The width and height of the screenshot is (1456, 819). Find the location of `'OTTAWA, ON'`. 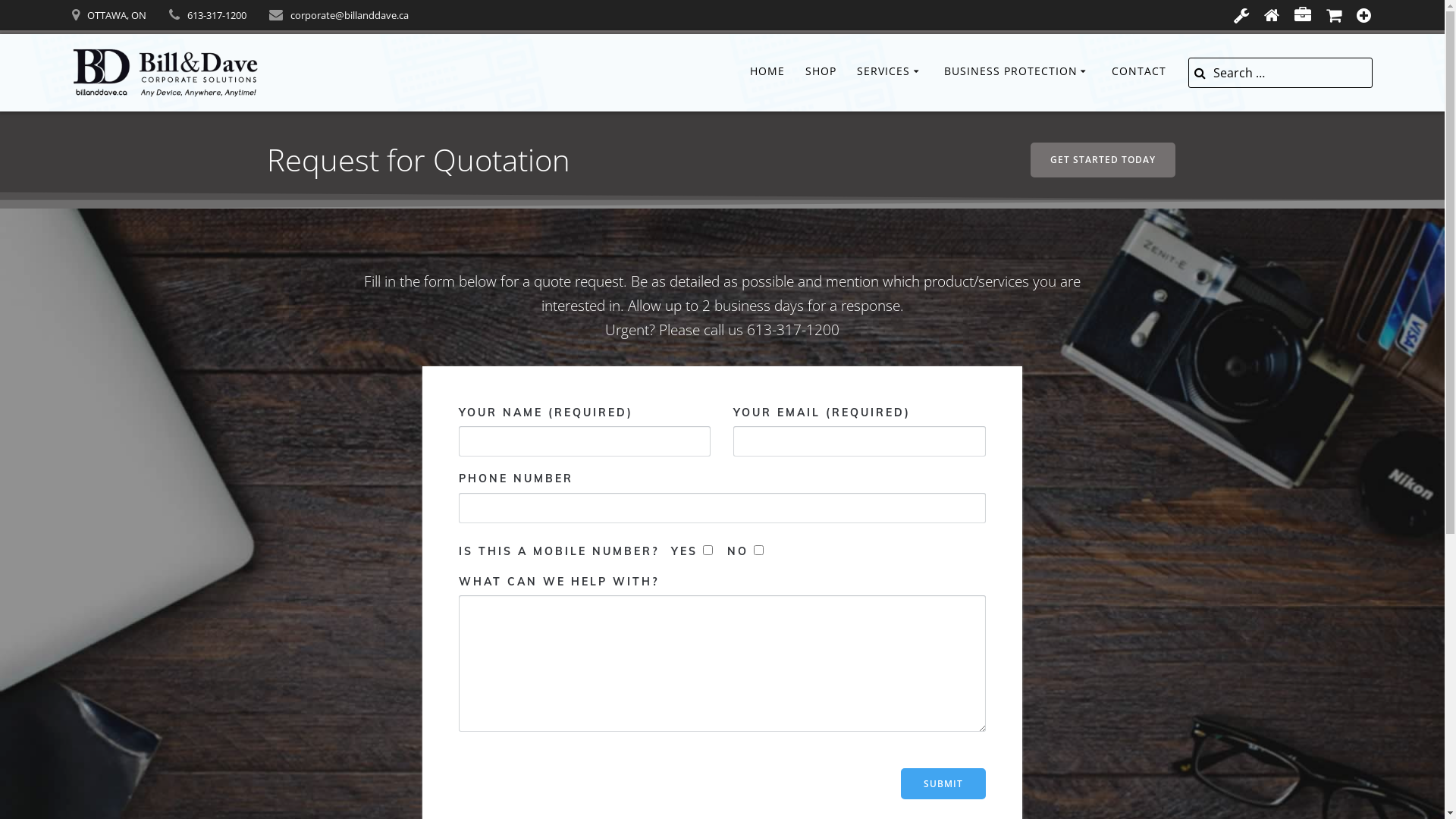

'OTTAWA, ON' is located at coordinates (115, 14).